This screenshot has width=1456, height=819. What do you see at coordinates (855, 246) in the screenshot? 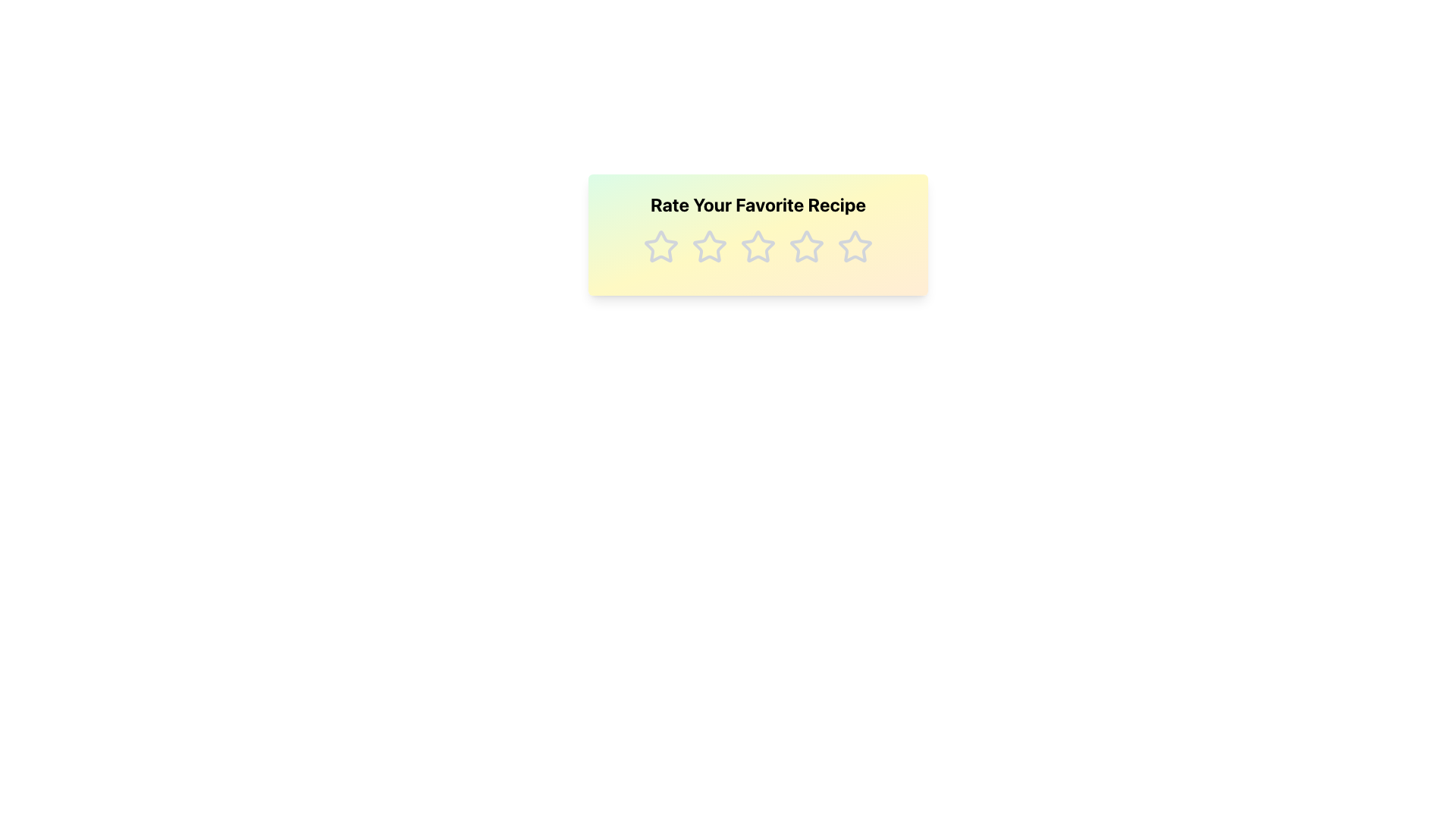
I see `the fifth star-shaped icon in the rating component` at bounding box center [855, 246].